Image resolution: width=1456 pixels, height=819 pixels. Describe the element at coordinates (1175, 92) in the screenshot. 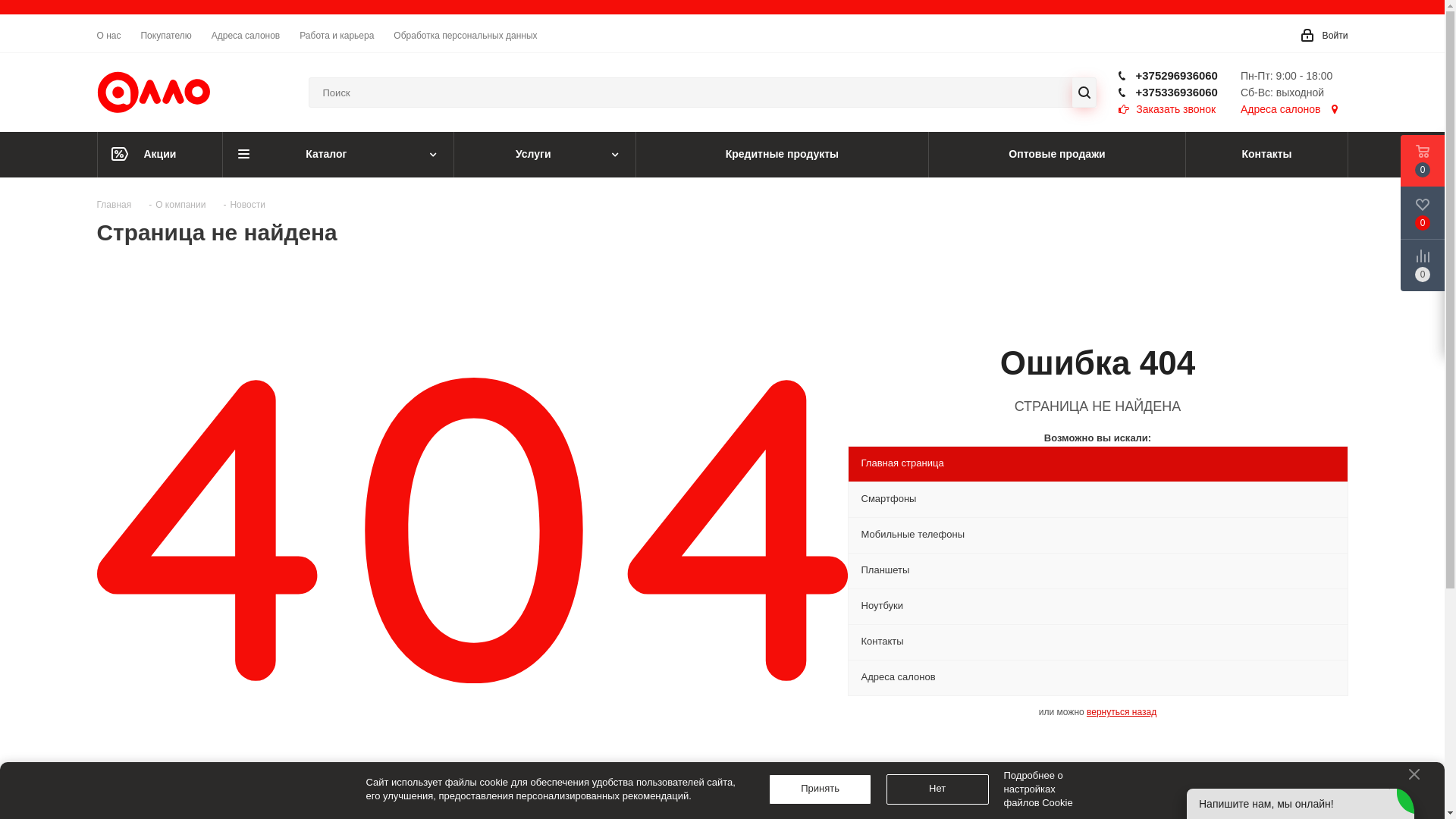

I see `'+375336936060'` at that location.